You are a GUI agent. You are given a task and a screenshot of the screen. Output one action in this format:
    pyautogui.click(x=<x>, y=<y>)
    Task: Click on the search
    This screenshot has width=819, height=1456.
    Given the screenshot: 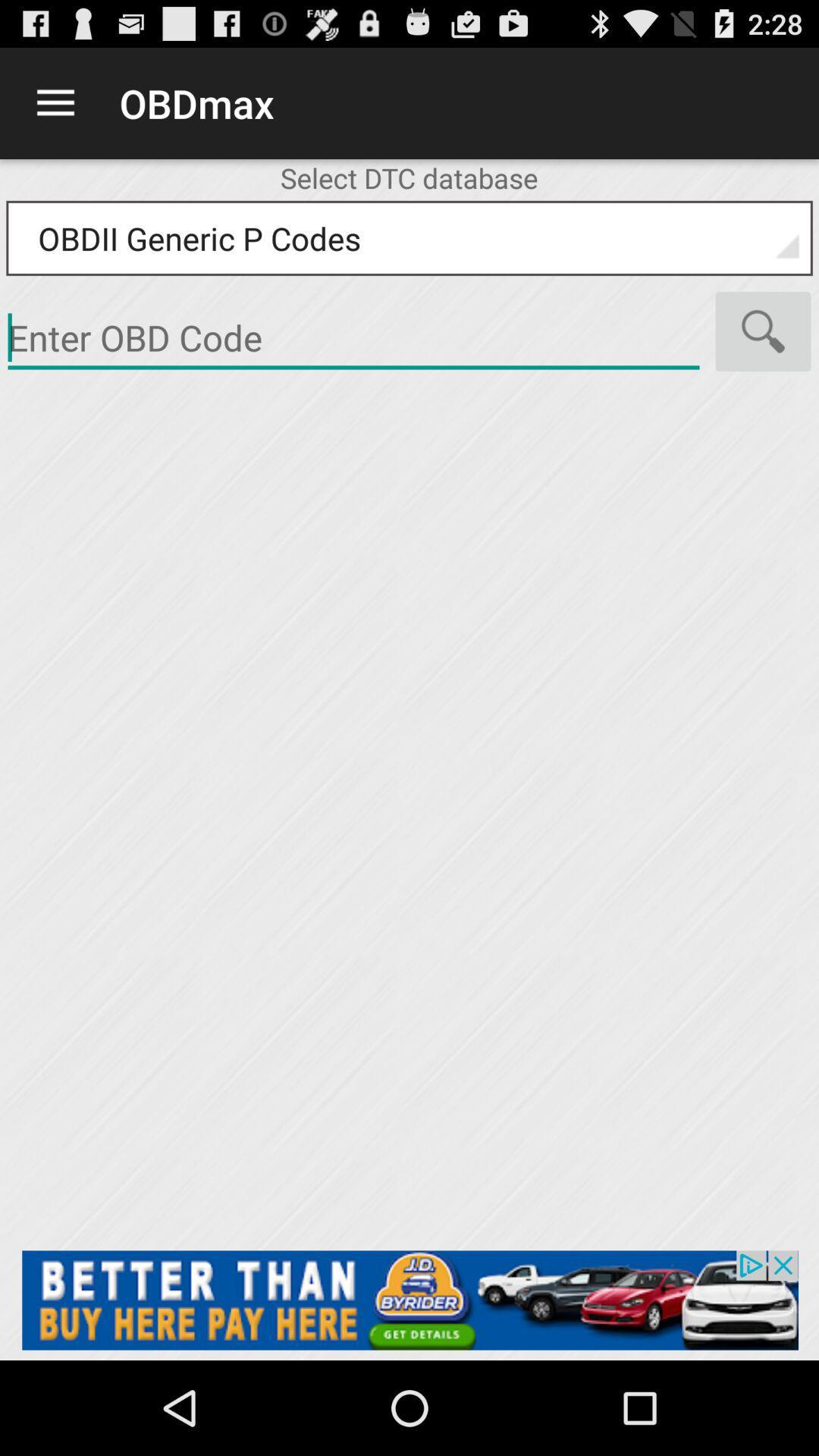 What is the action you would take?
    pyautogui.click(x=763, y=331)
    